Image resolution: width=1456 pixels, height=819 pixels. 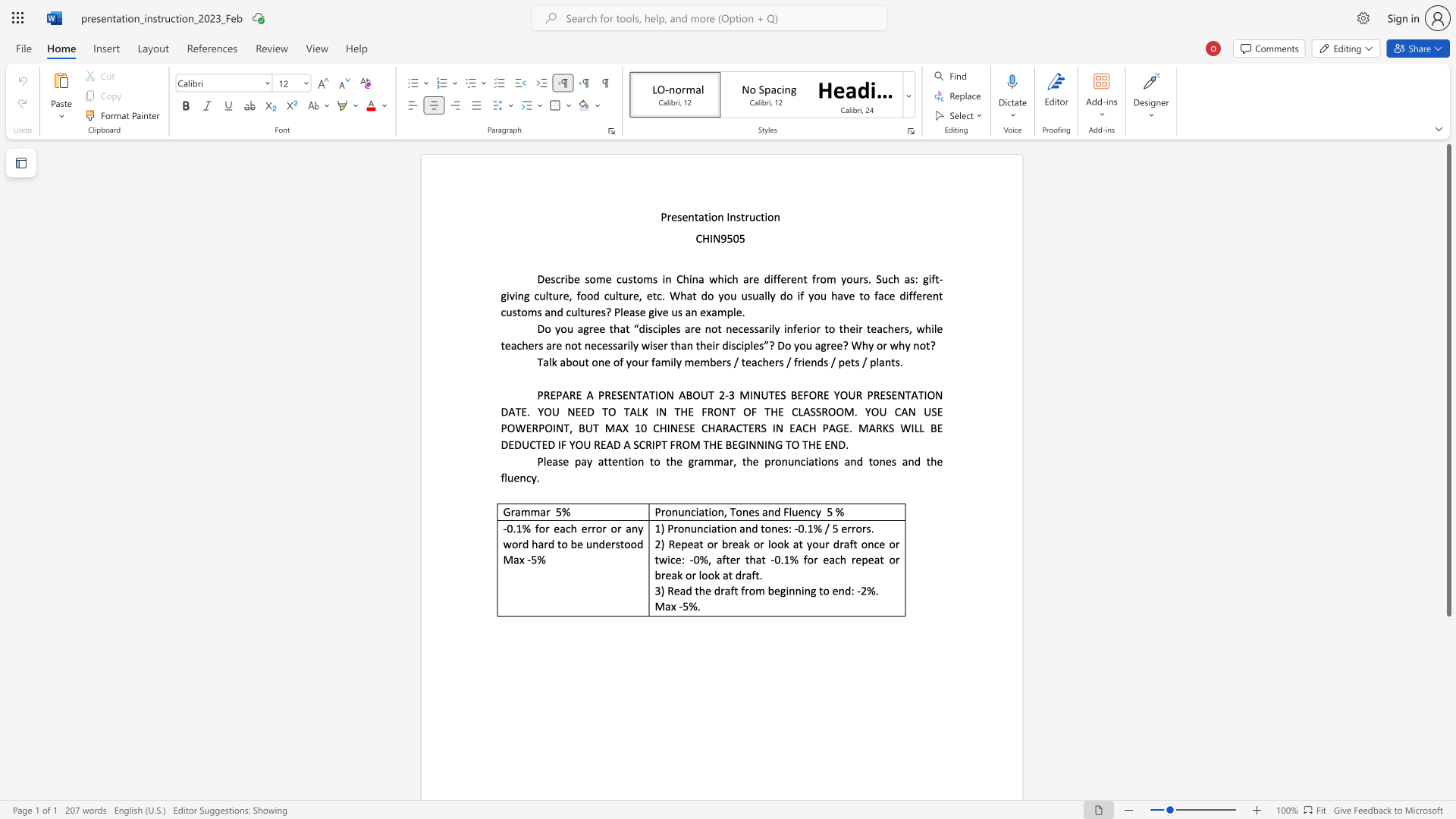 What do you see at coordinates (1448, 780) in the screenshot?
I see `the scrollbar to scroll downward` at bounding box center [1448, 780].